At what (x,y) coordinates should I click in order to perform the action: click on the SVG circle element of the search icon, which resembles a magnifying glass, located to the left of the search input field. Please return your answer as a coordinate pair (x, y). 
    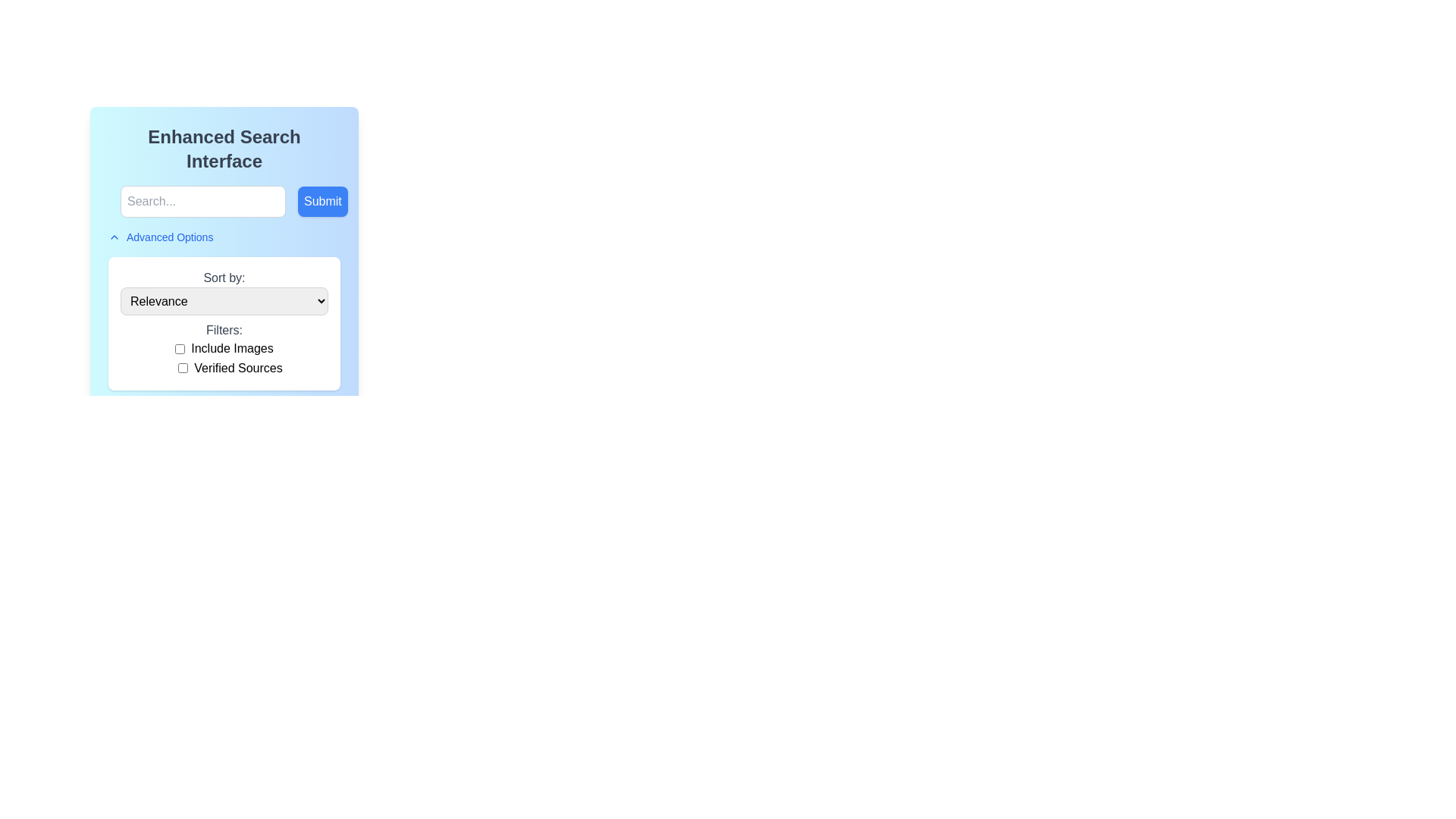
    Looking at the image, I should click on (115, 200).